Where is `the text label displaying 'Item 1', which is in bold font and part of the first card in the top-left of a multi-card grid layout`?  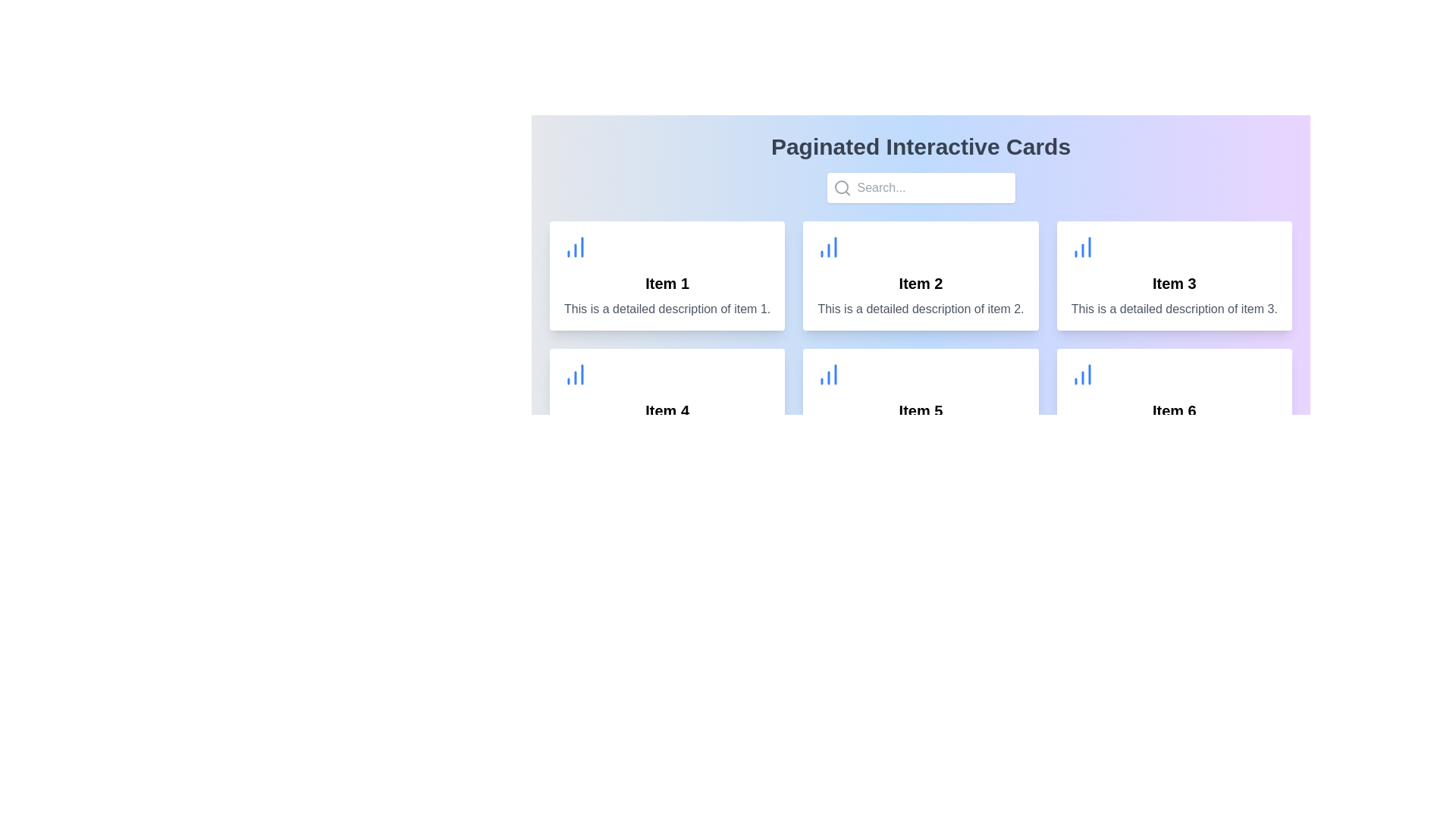 the text label displaying 'Item 1', which is in bold font and part of the first card in the top-left of a multi-card grid layout is located at coordinates (667, 284).